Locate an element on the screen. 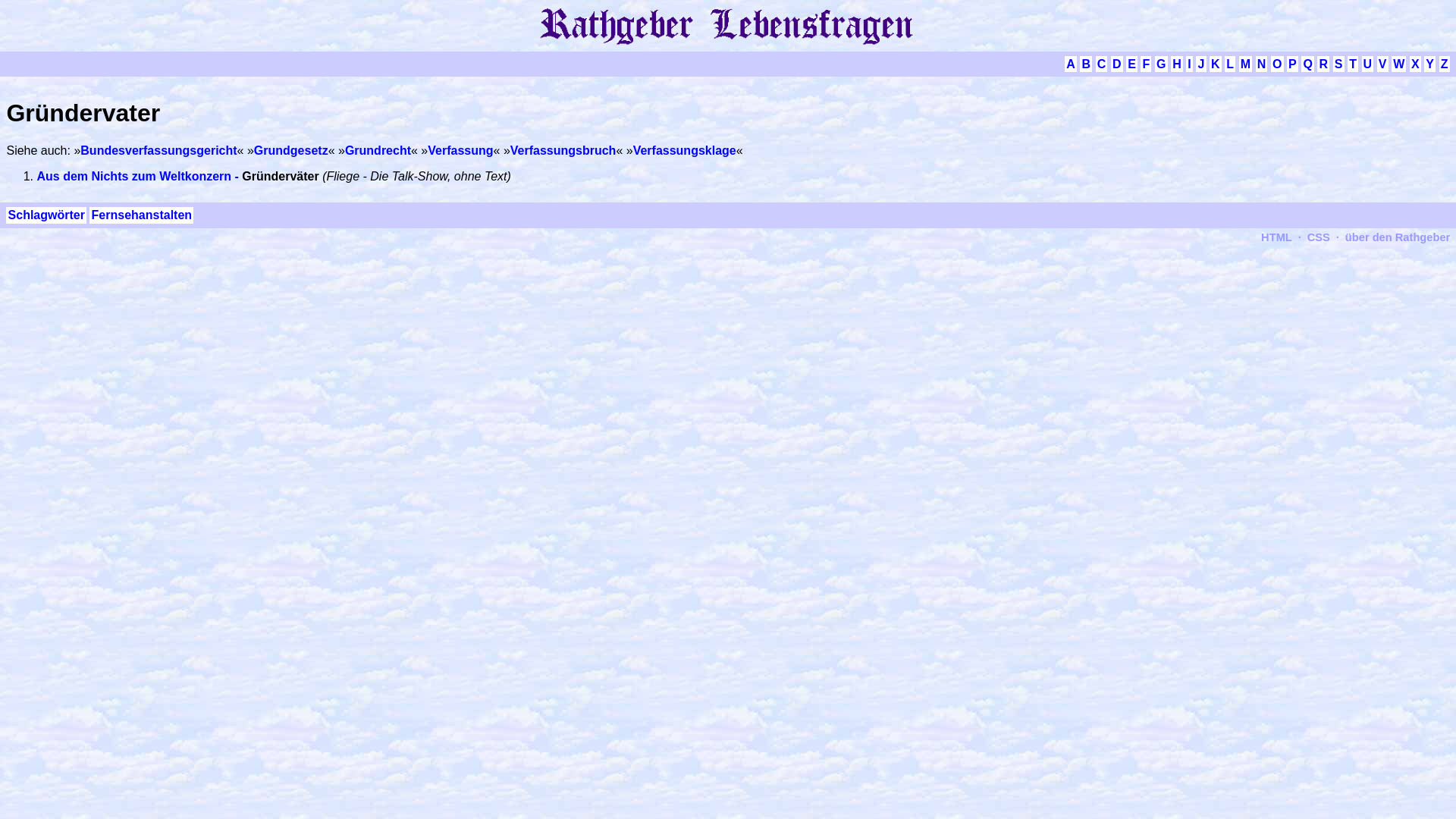  'Bundesverfassungsgericht' is located at coordinates (158, 150).